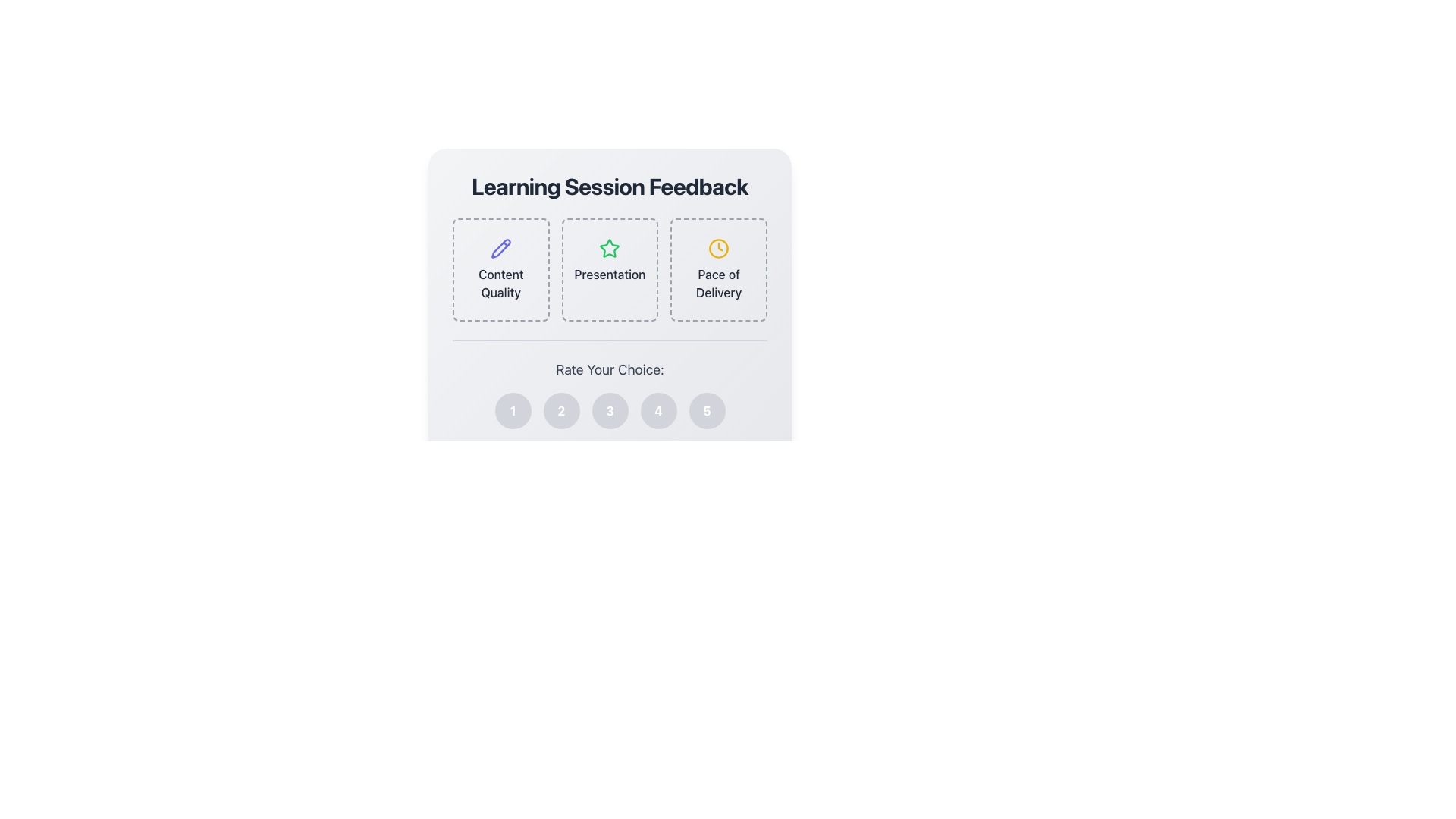 This screenshot has width=1456, height=819. Describe the element at coordinates (706, 411) in the screenshot. I see `the circular button with a light gray background and a bold white number '5'` at that location.